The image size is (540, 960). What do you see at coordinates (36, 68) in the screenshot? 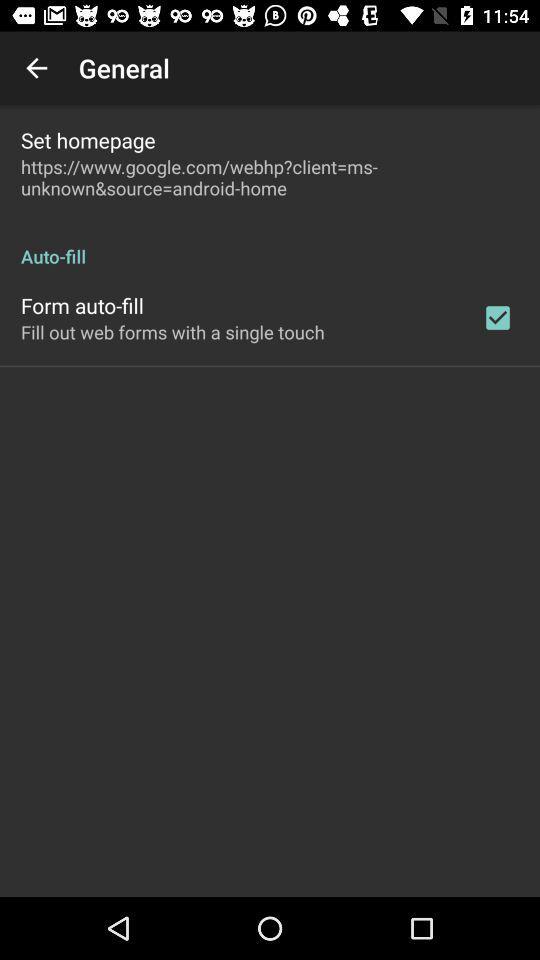
I see `the item above set homepage item` at bounding box center [36, 68].